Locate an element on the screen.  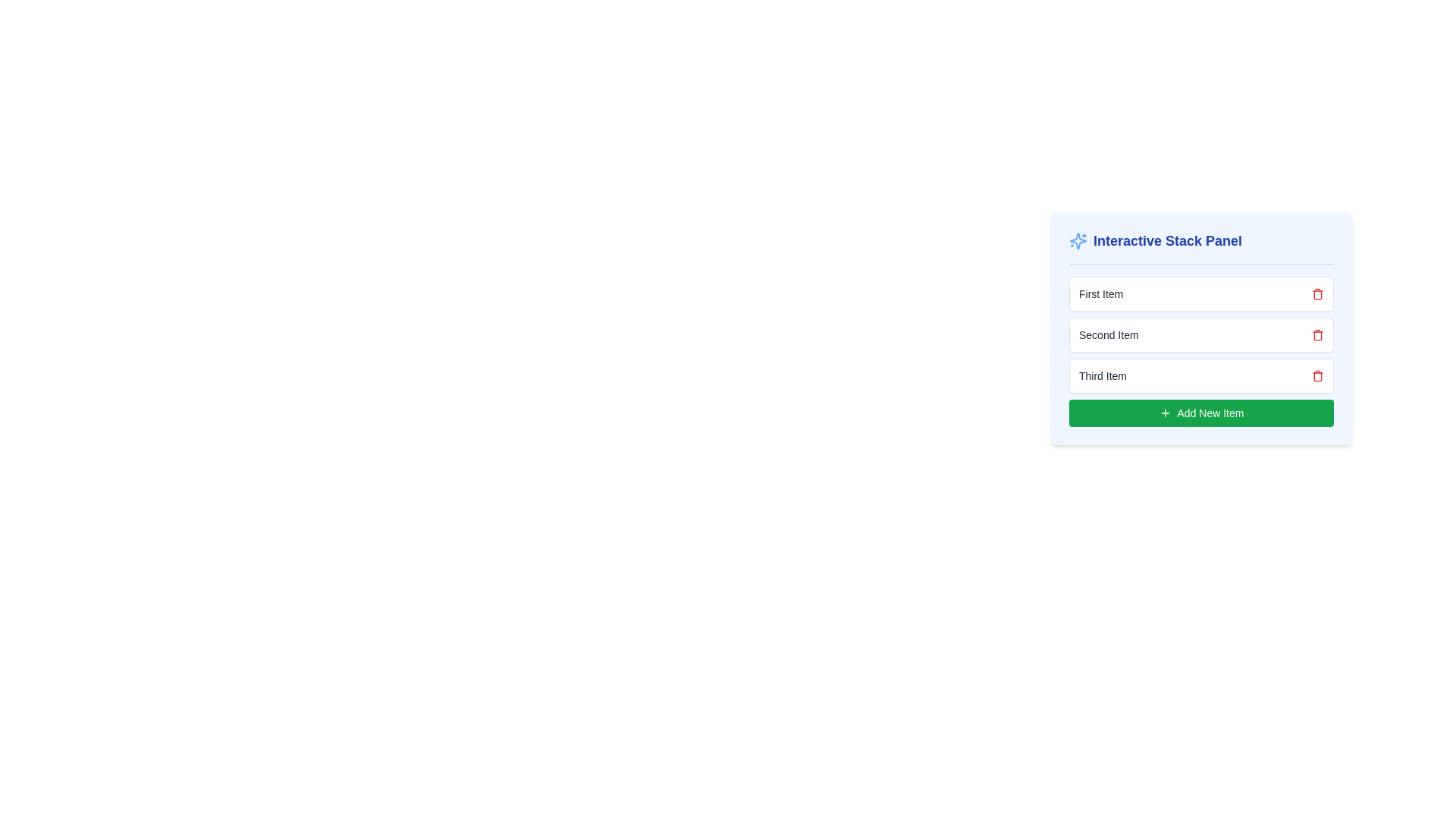
the red trash bin icon button located to the right of the 'Second Item' label in the interactive stack panel is located at coordinates (1316, 334).